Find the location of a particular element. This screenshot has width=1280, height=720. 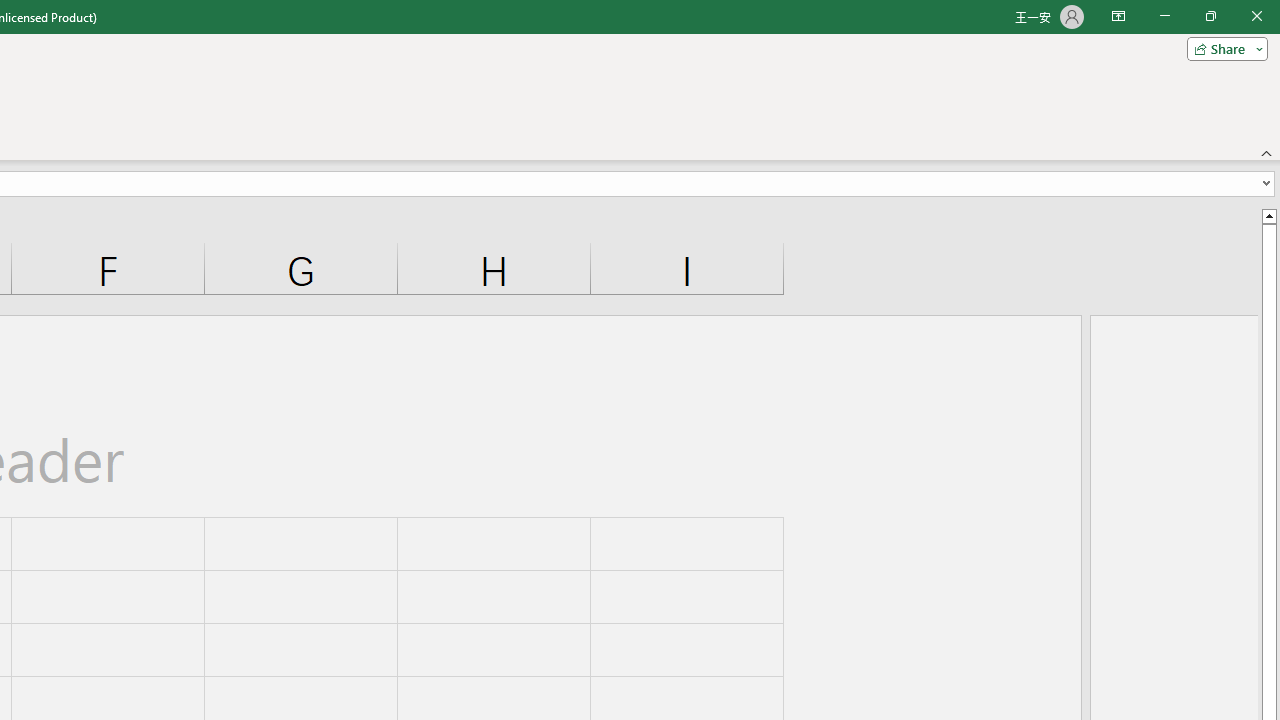

'Minimize' is located at coordinates (1164, 16).